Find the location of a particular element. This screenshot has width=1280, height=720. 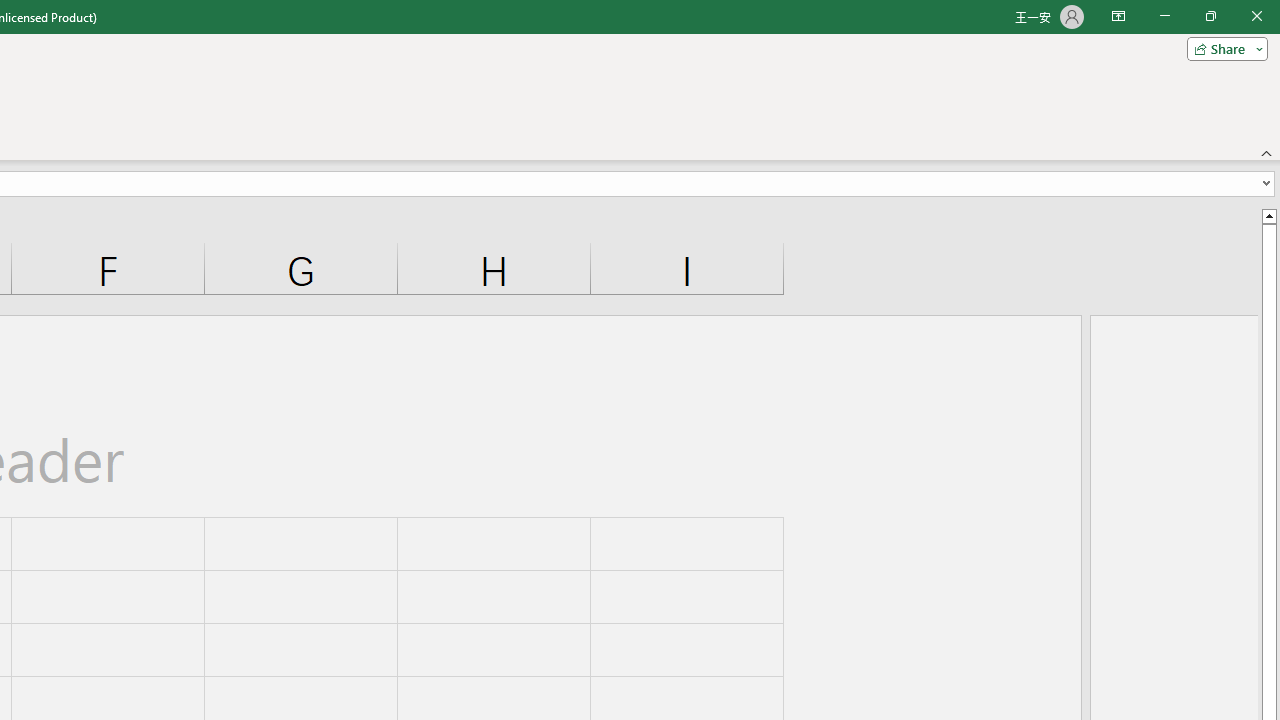

'Minimize' is located at coordinates (1164, 16).